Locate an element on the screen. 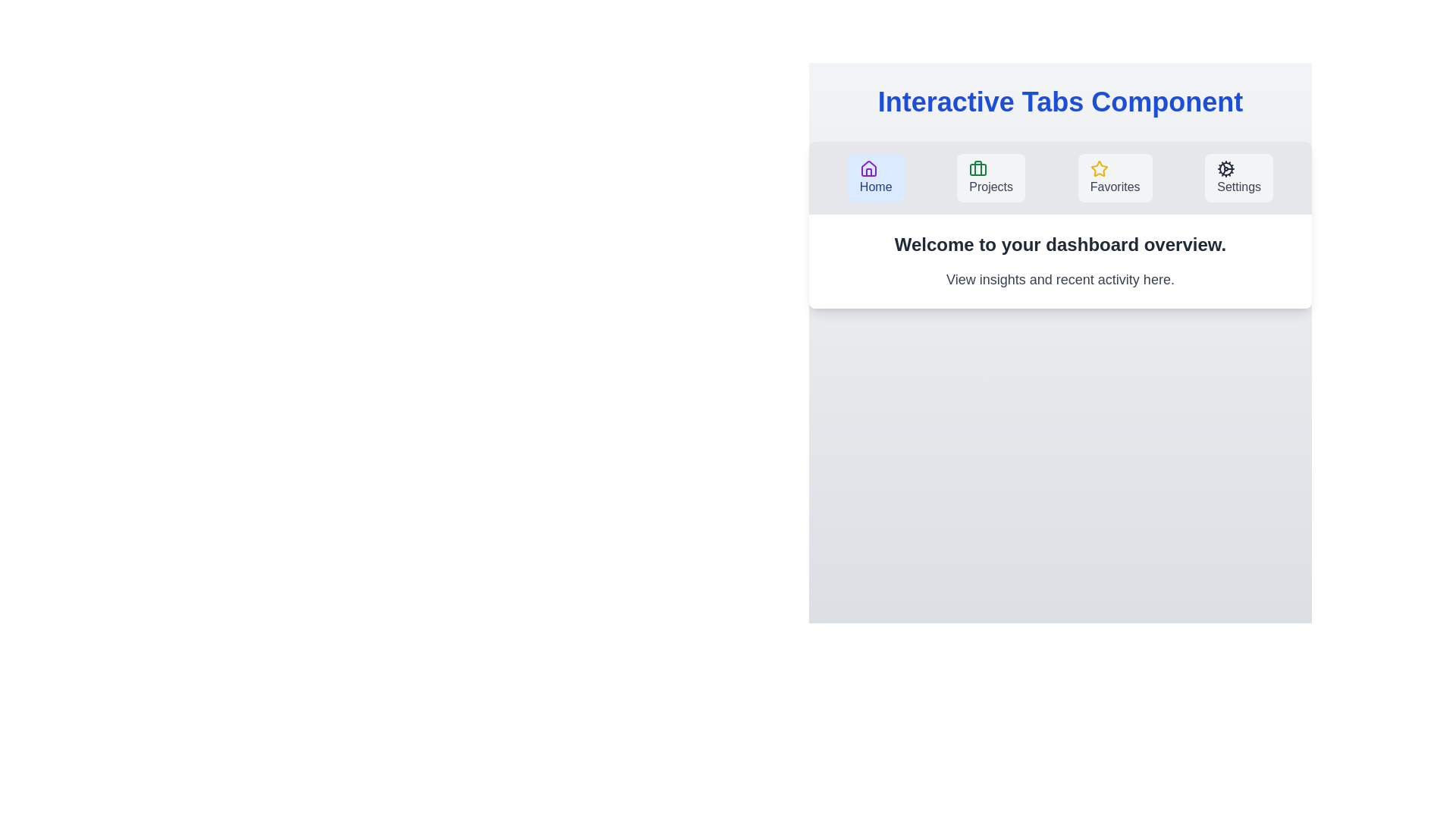  the Projects tab by clicking on its button is located at coordinates (990, 177).